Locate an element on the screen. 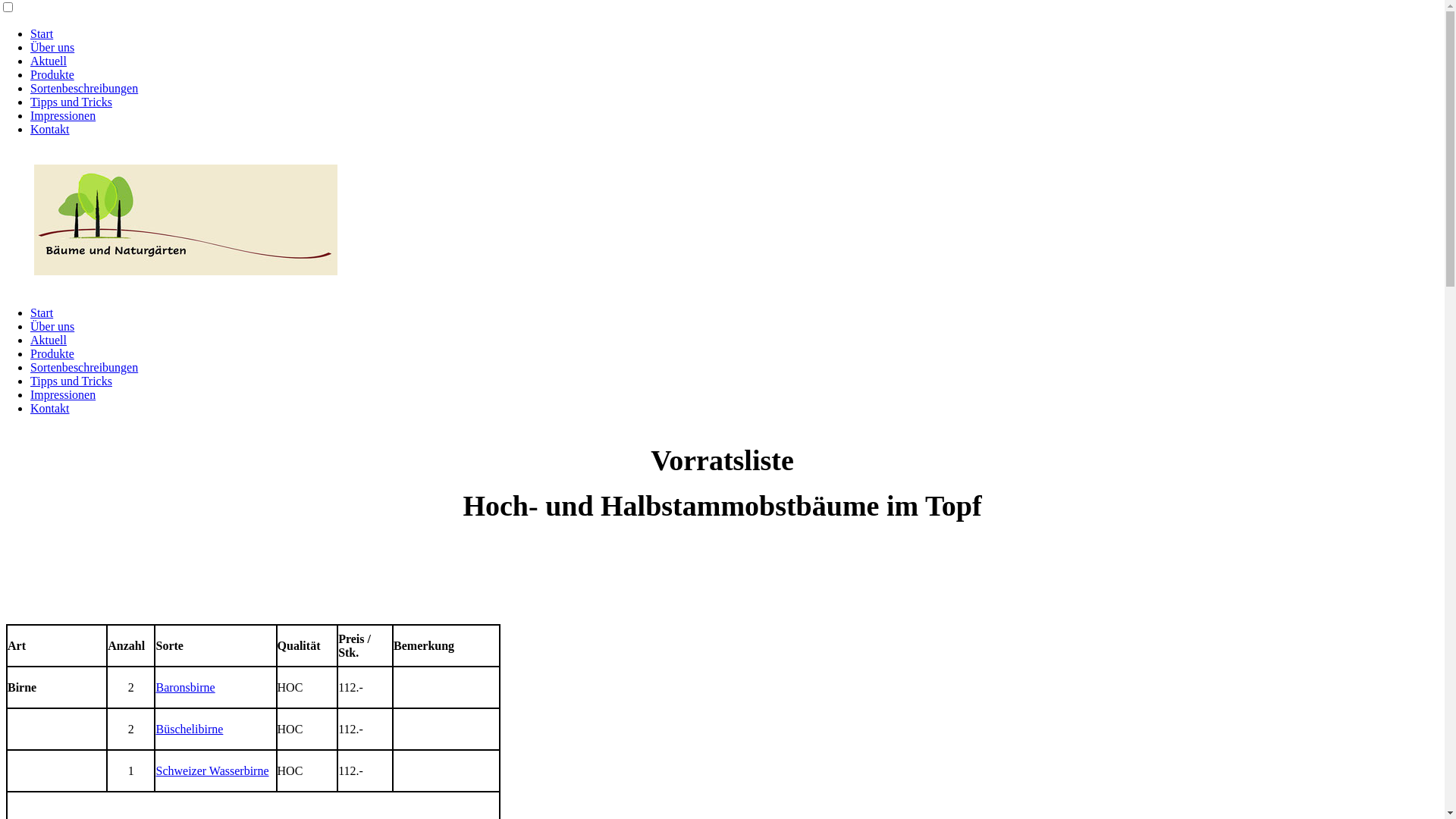  'Impressionen' is located at coordinates (61, 394).